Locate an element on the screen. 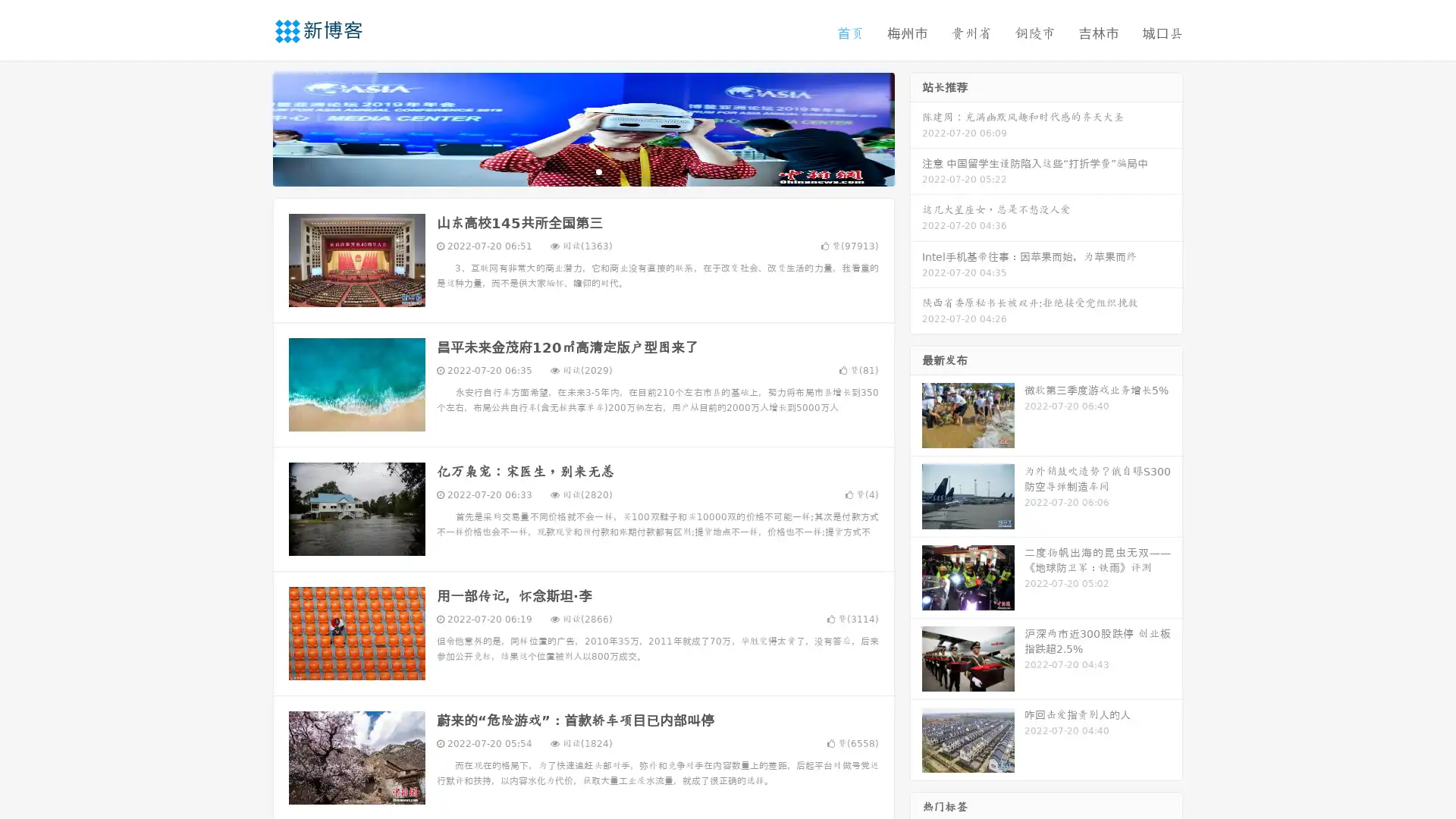 The height and width of the screenshot is (819, 1456). Go to slide 3 is located at coordinates (598, 171).